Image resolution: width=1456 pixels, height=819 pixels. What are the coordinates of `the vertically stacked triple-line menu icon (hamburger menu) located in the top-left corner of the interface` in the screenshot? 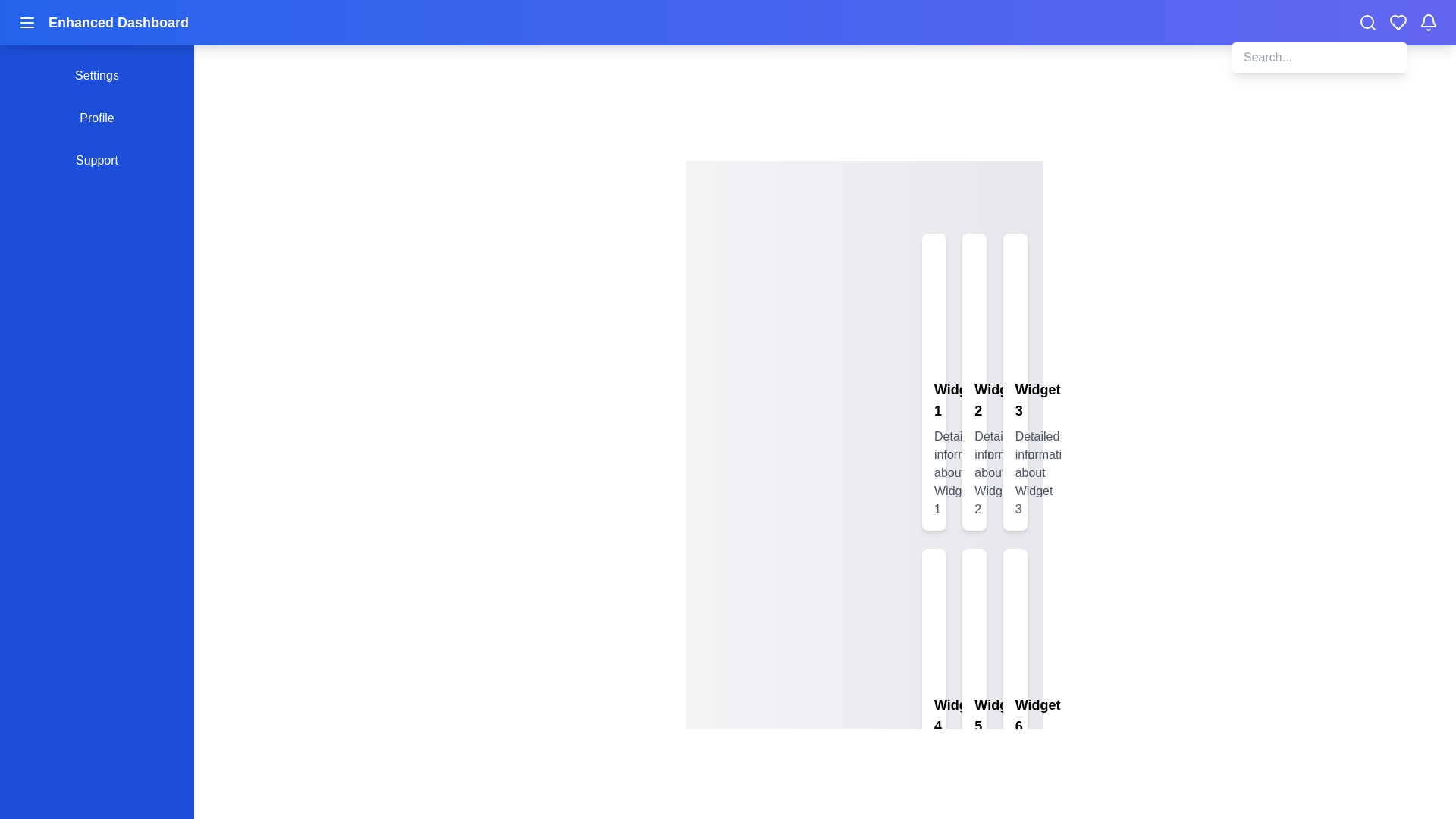 It's located at (27, 23).